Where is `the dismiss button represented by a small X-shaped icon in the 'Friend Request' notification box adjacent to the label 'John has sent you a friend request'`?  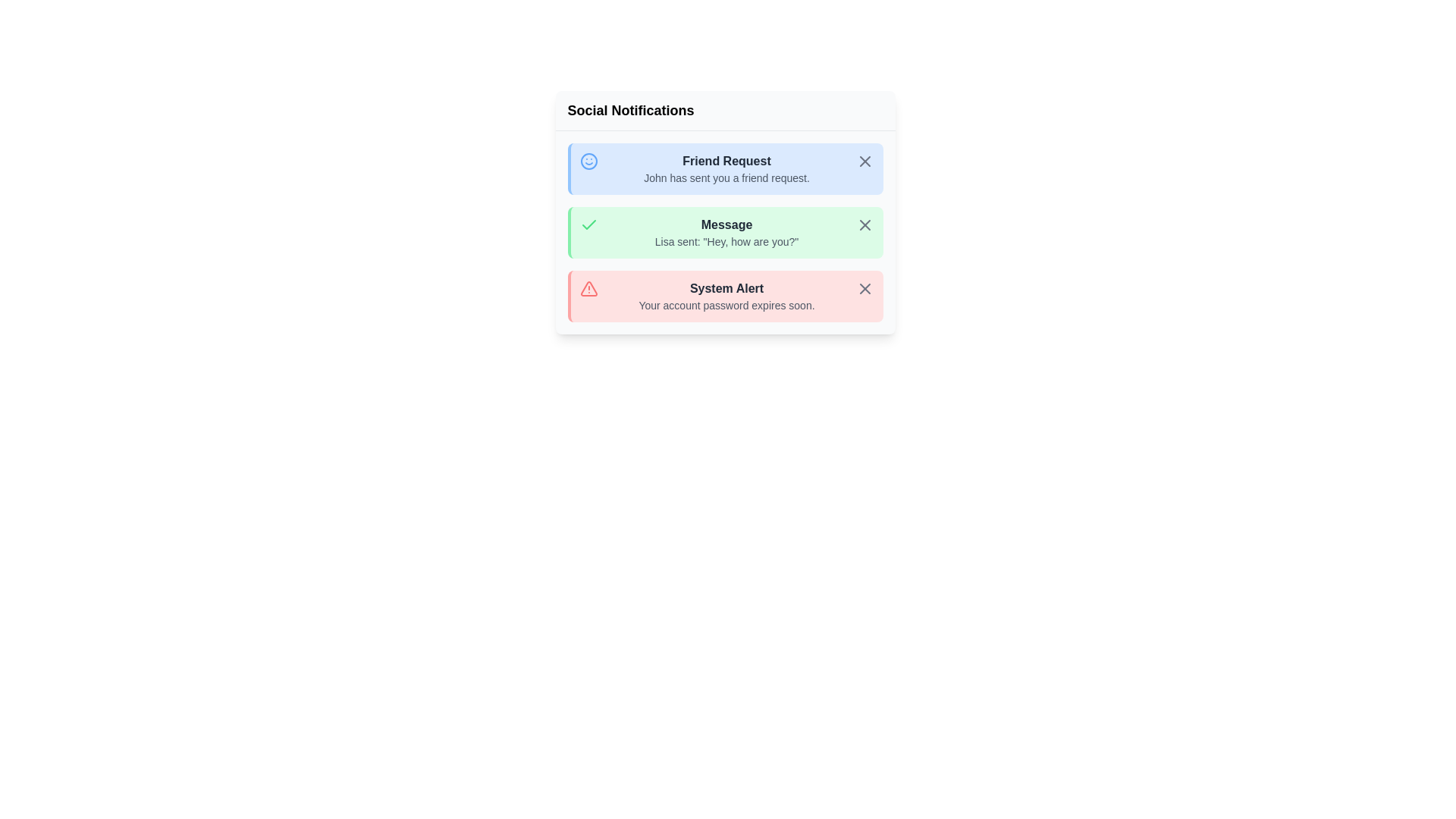 the dismiss button represented by a small X-shaped icon in the 'Friend Request' notification box adjacent to the label 'John has sent you a friend request' is located at coordinates (864, 161).